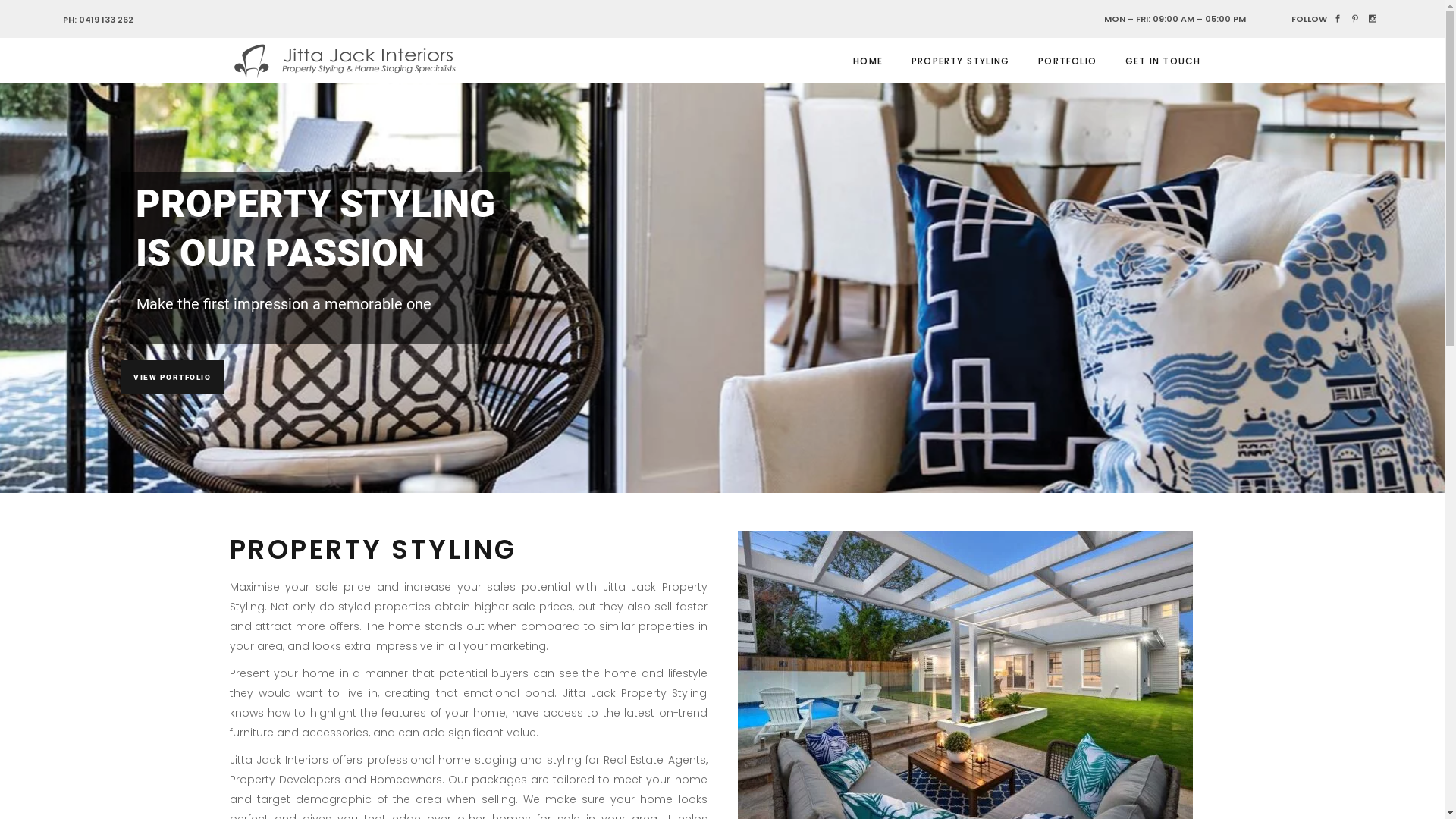  I want to click on 'Property Styling', so click(940, 772).